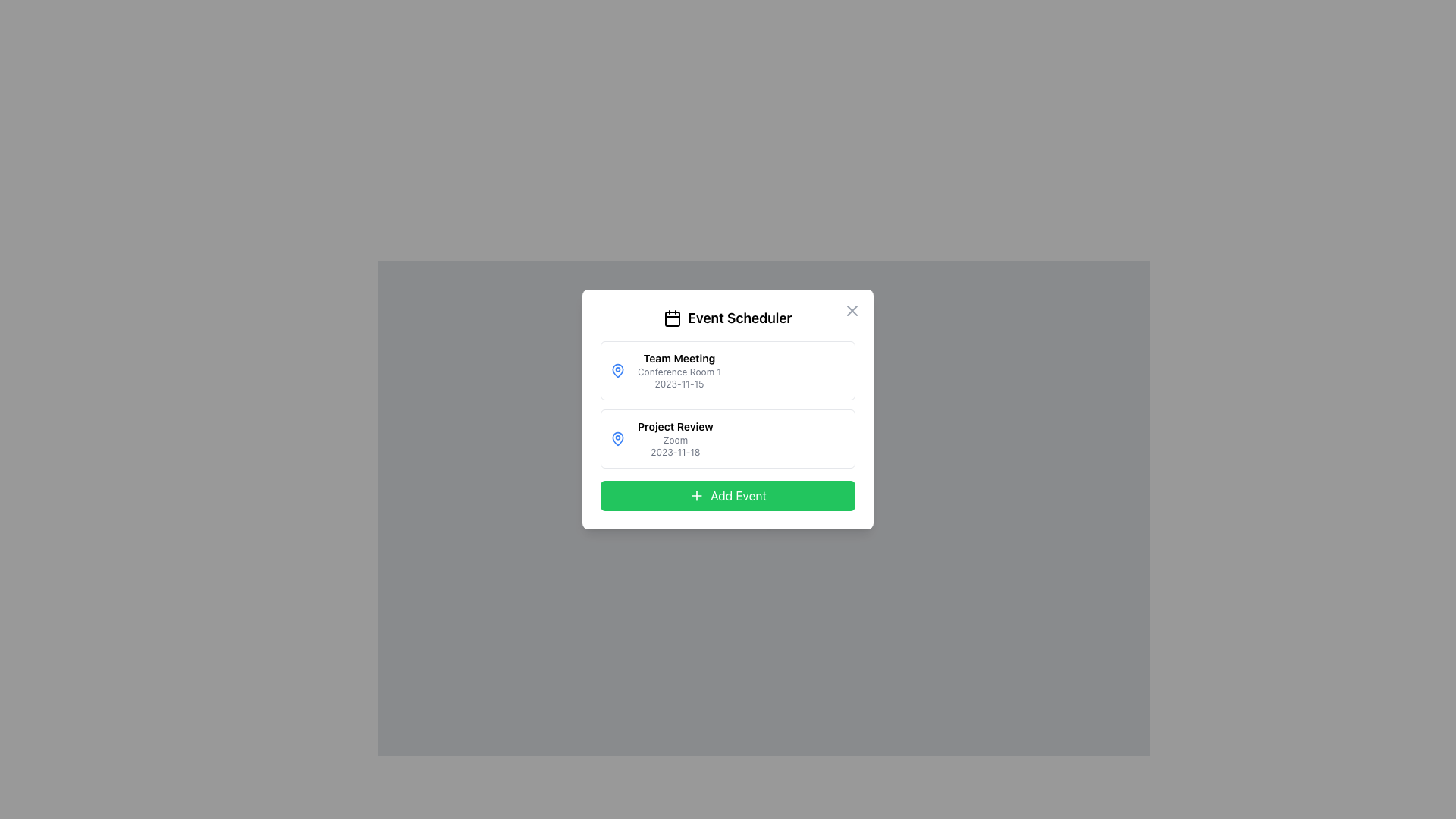  What do you see at coordinates (679, 371) in the screenshot?
I see `the Text Label for the scheduled event titled 'Team Meeting' located in the 'Event Scheduler' interface` at bounding box center [679, 371].